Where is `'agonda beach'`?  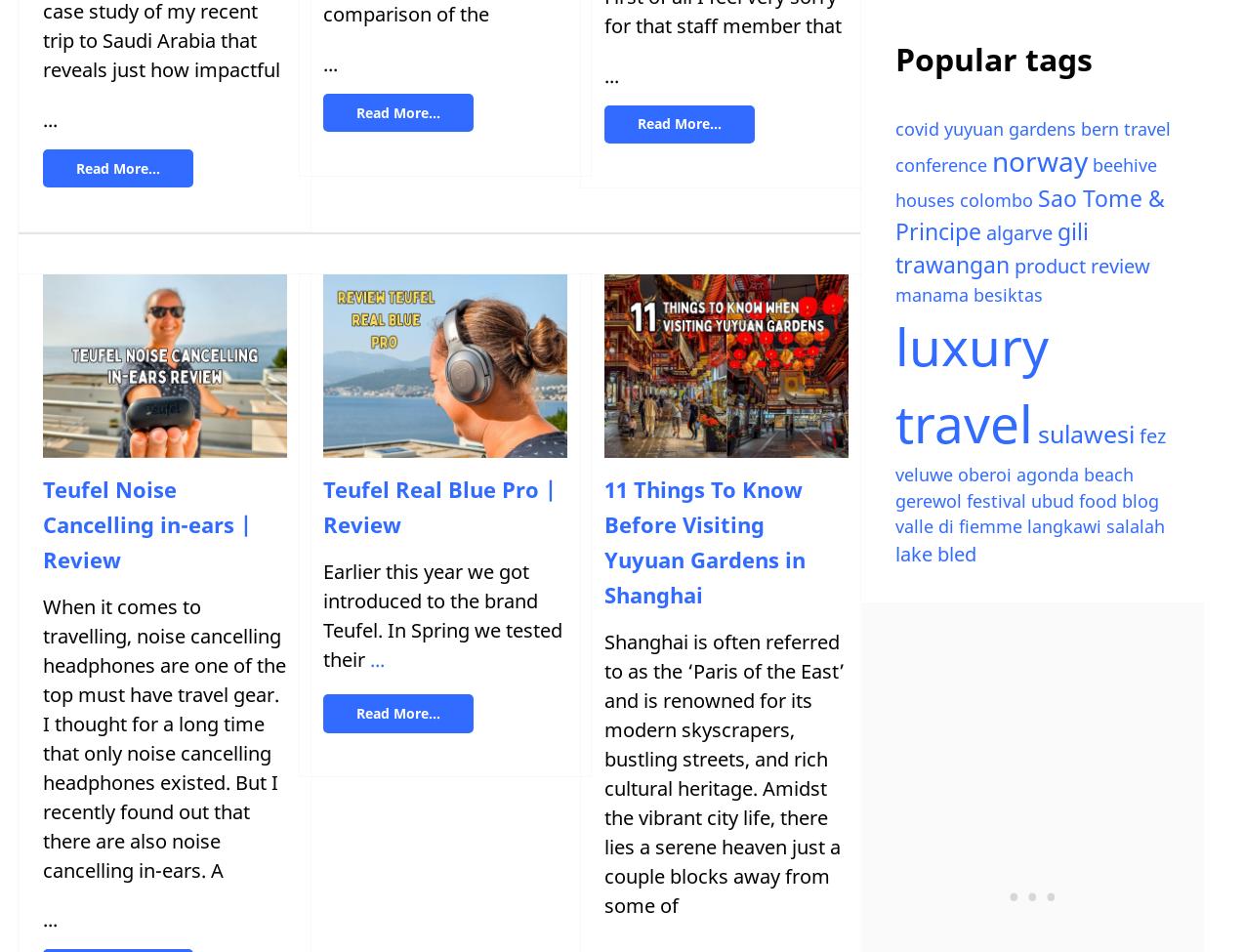 'agonda beach' is located at coordinates (1074, 475).